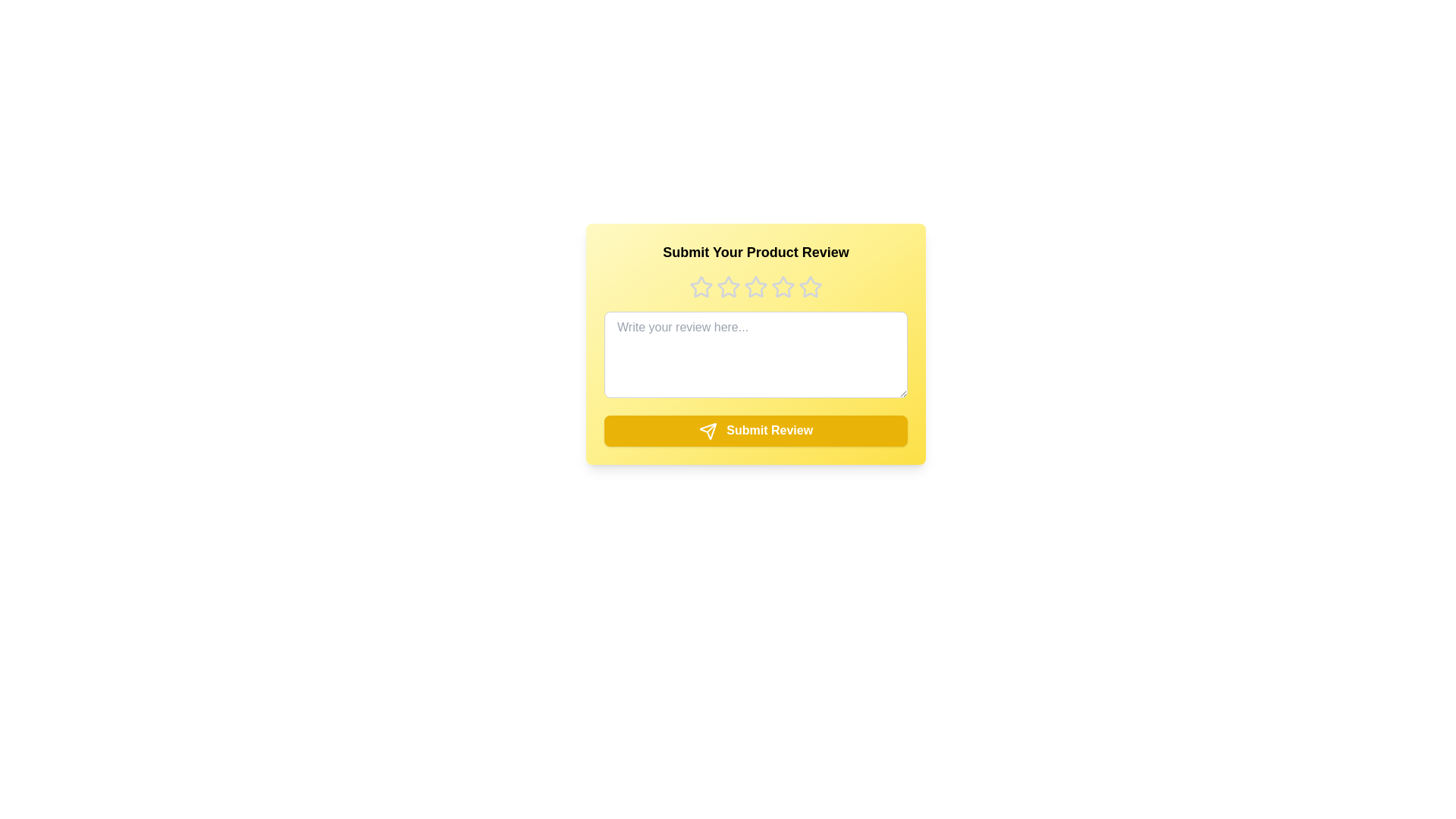 The width and height of the screenshot is (1456, 819). I want to click on the fifth star icon in the five-star rating system, so click(810, 287).